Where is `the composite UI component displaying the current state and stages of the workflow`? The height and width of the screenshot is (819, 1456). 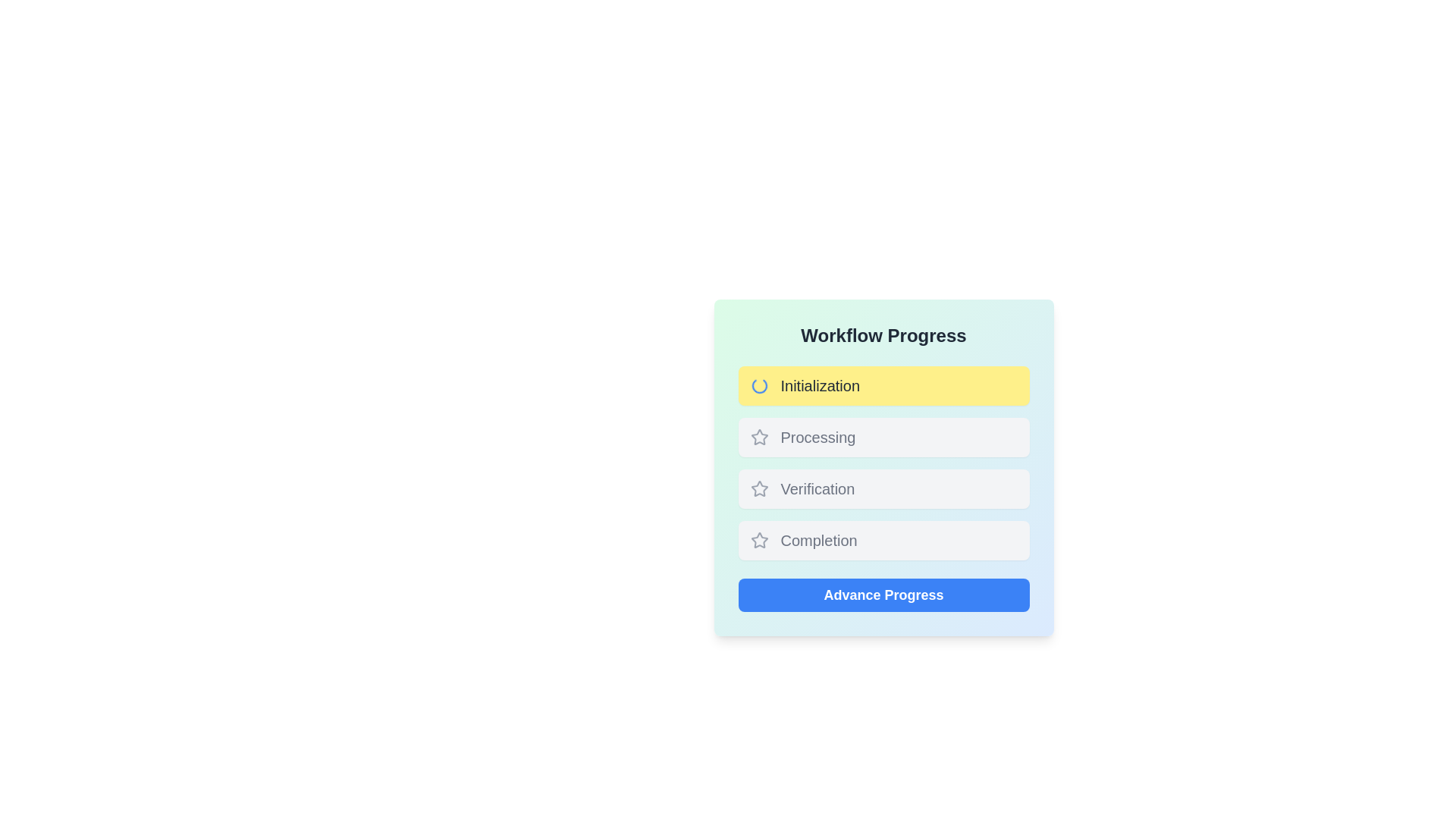
the composite UI component displaying the current state and stages of the workflow is located at coordinates (883, 467).